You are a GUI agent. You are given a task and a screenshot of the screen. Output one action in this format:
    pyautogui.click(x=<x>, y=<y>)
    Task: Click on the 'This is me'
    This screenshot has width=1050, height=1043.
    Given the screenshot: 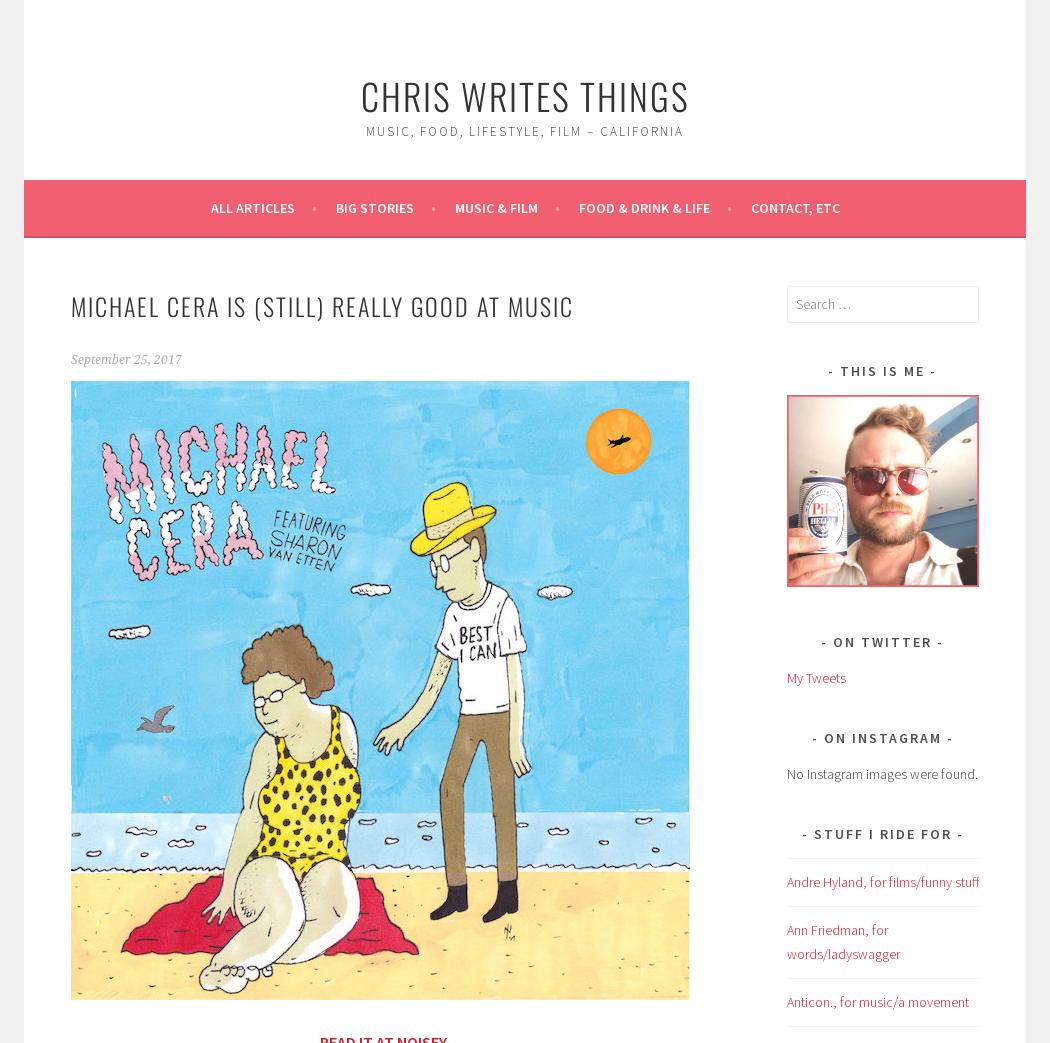 What is the action you would take?
    pyautogui.click(x=840, y=368)
    